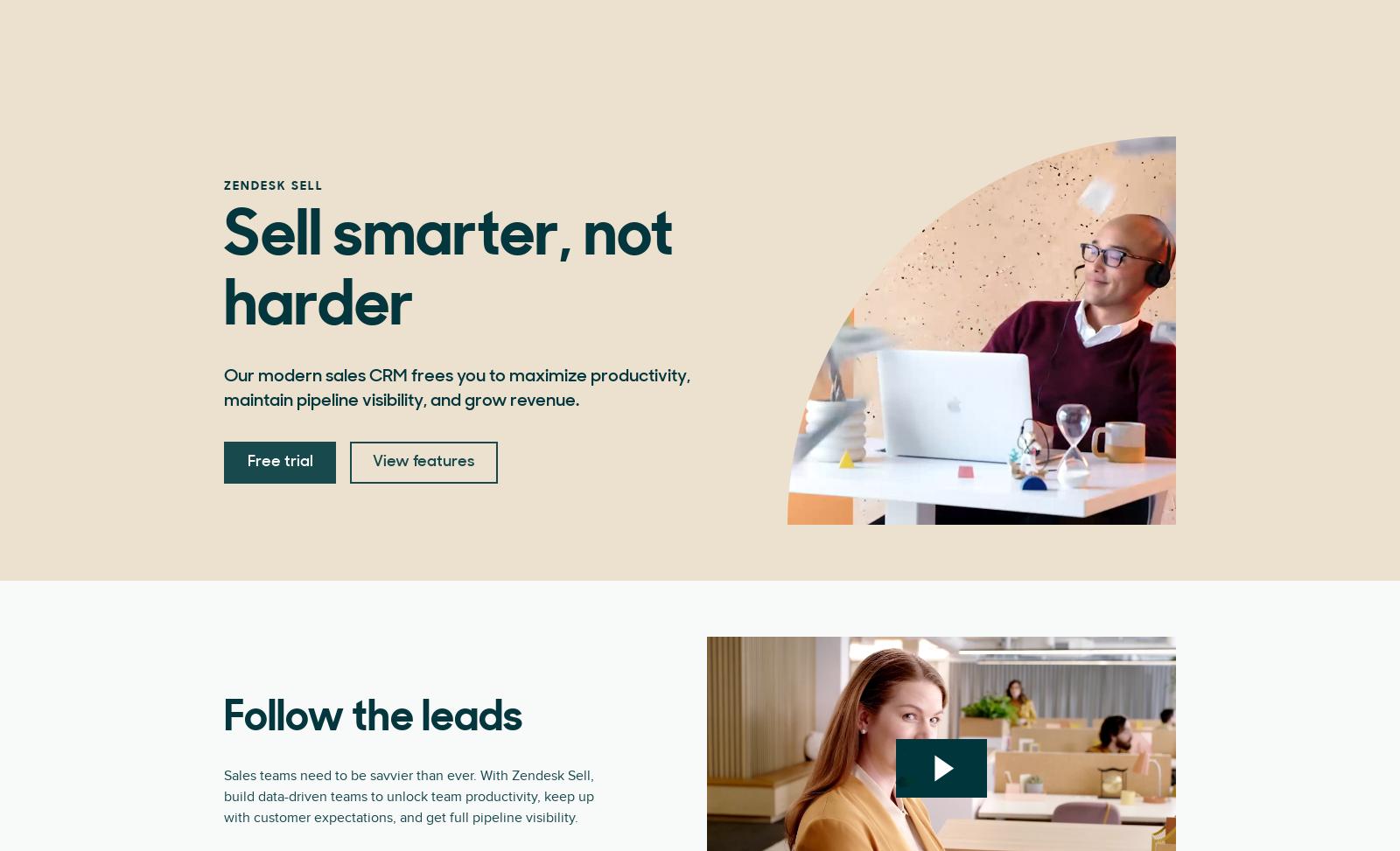 This screenshot has width=1400, height=851. Describe the element at coordinates (789, 109) in the screenshot. I see `'$115'` at that location.